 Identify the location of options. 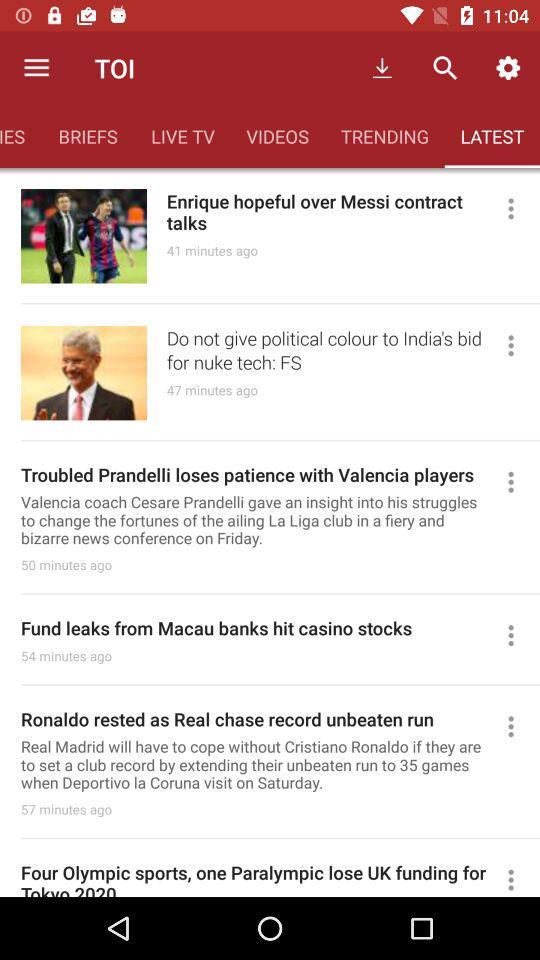
(519, 481).